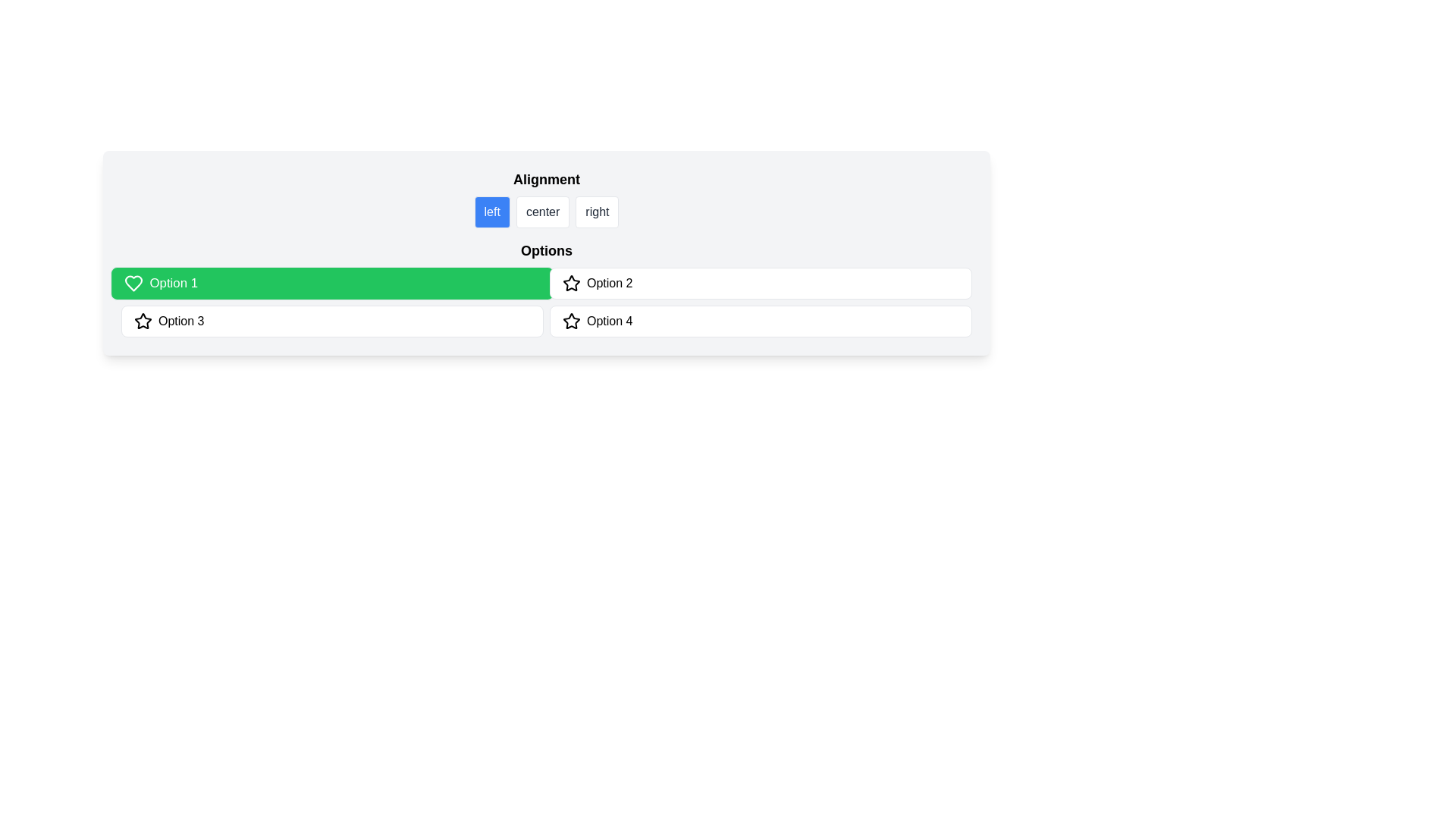 This screenshot has width=1456, height=819. I want to click on the rectangular button with a white background and gray text that reads 'right', which is the third button in a row of three buttons at the top center of the interface, so click(596, 212).